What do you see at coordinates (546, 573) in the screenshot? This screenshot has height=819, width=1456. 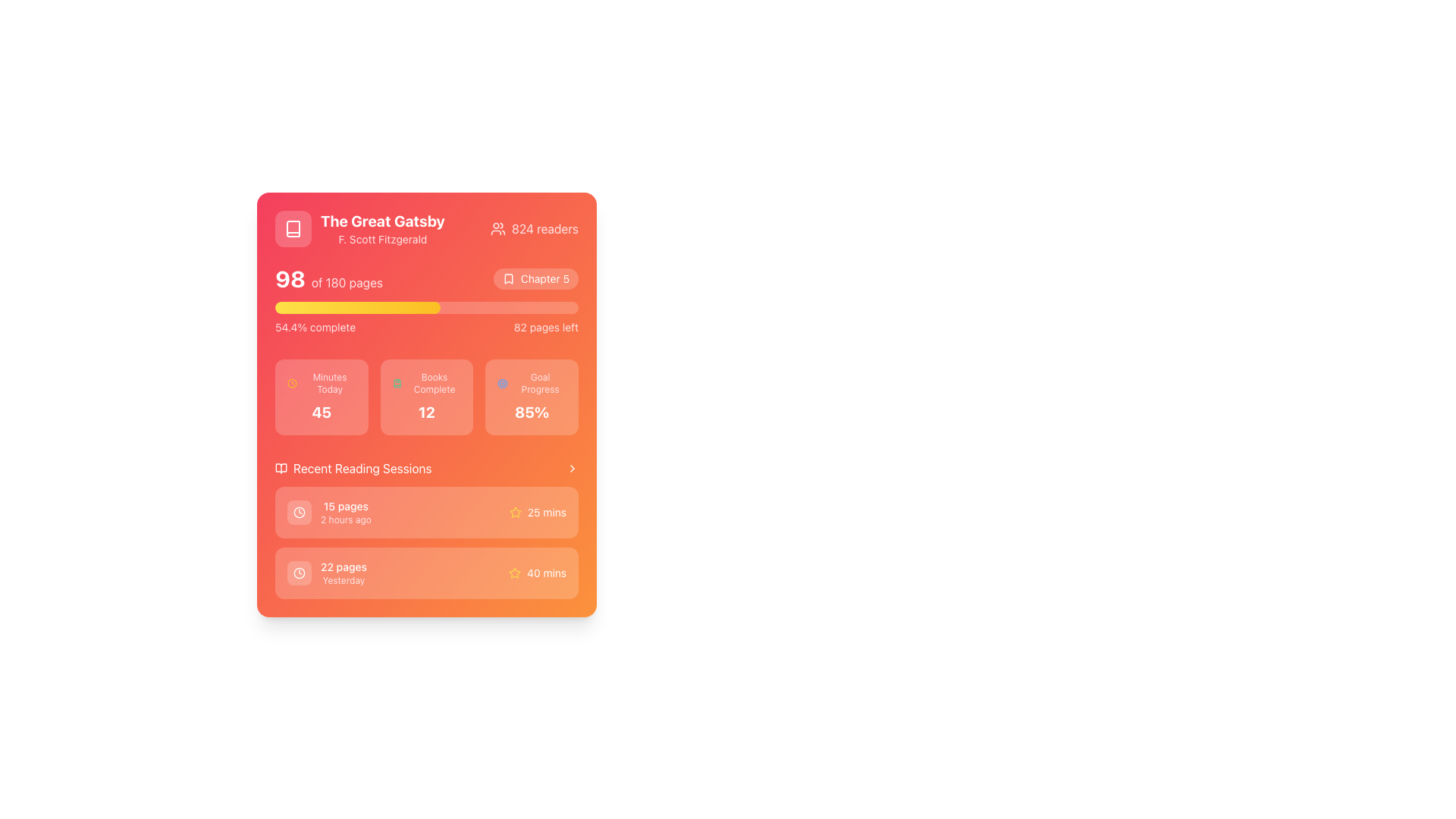 I see `text element displaying '40 mins' in small white text on an orange background, located towards the bottom-right corner of the recent reading session section` at bounding box center [546, 573].